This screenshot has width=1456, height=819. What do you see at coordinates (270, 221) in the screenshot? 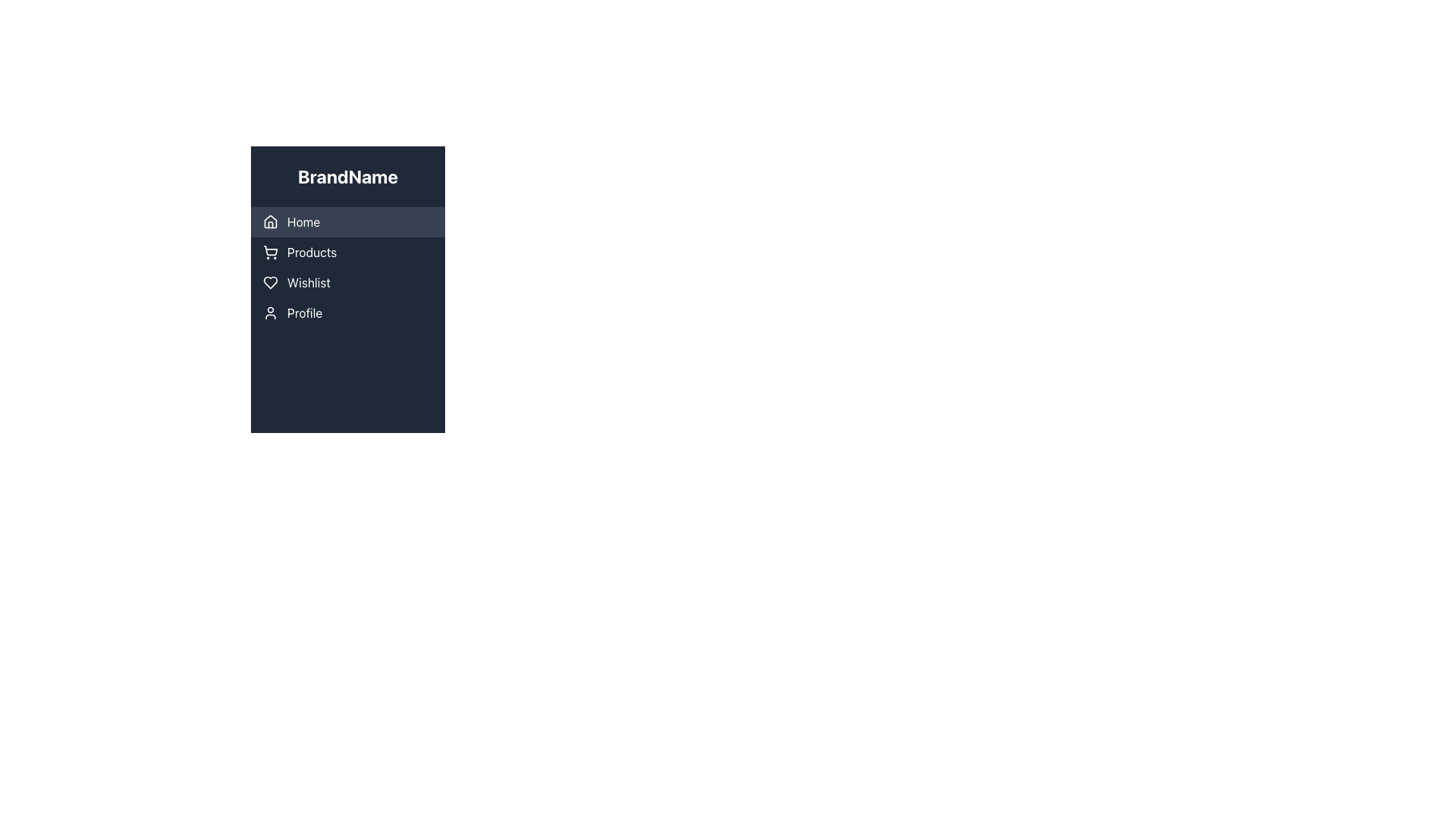
I see `the house icon located in the navigation menu, characterized by its geometric house shape with a triangular roof and a rectangular base, situated to the left of the 'Home' label` at bounding box center [270, 221].